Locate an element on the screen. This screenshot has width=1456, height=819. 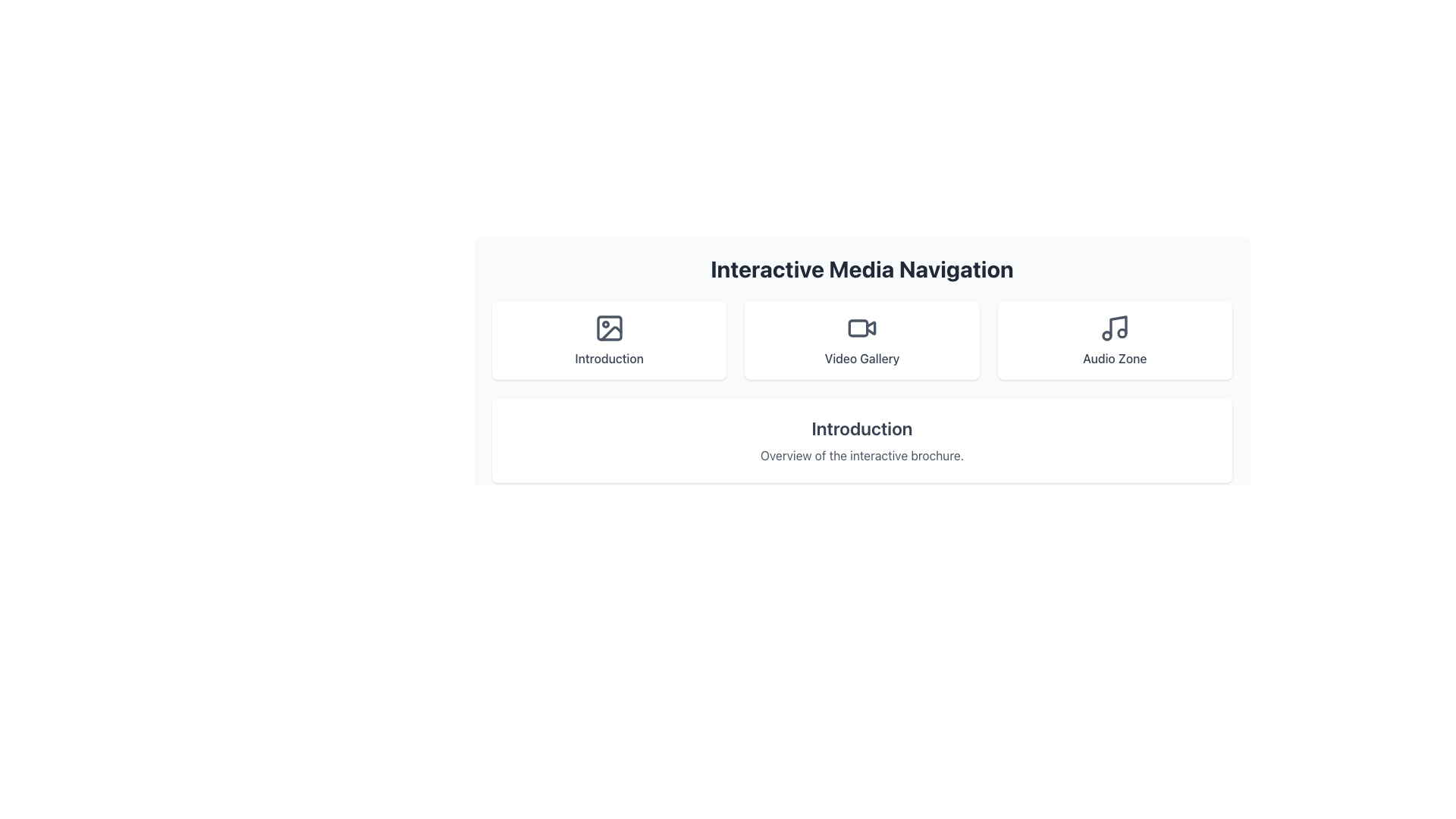
the 'Audio Zone' button, which is a rectangular area with a musical note icon and a white background, located in the third column of the grid is located at coordinates (1115, 339).